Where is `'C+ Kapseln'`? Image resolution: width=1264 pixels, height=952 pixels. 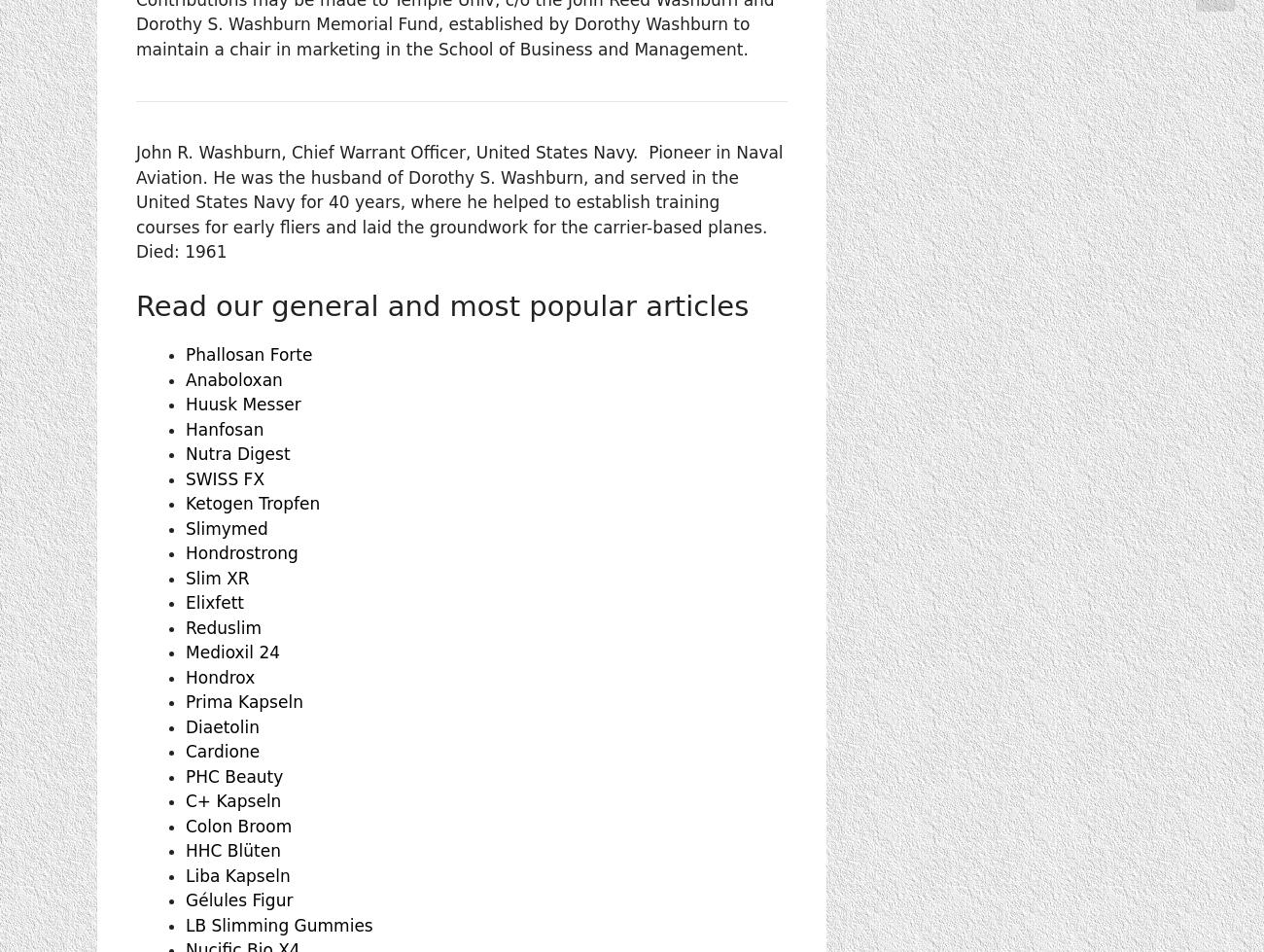
'C+ Kapseln' is located at coordinates (231, 800).